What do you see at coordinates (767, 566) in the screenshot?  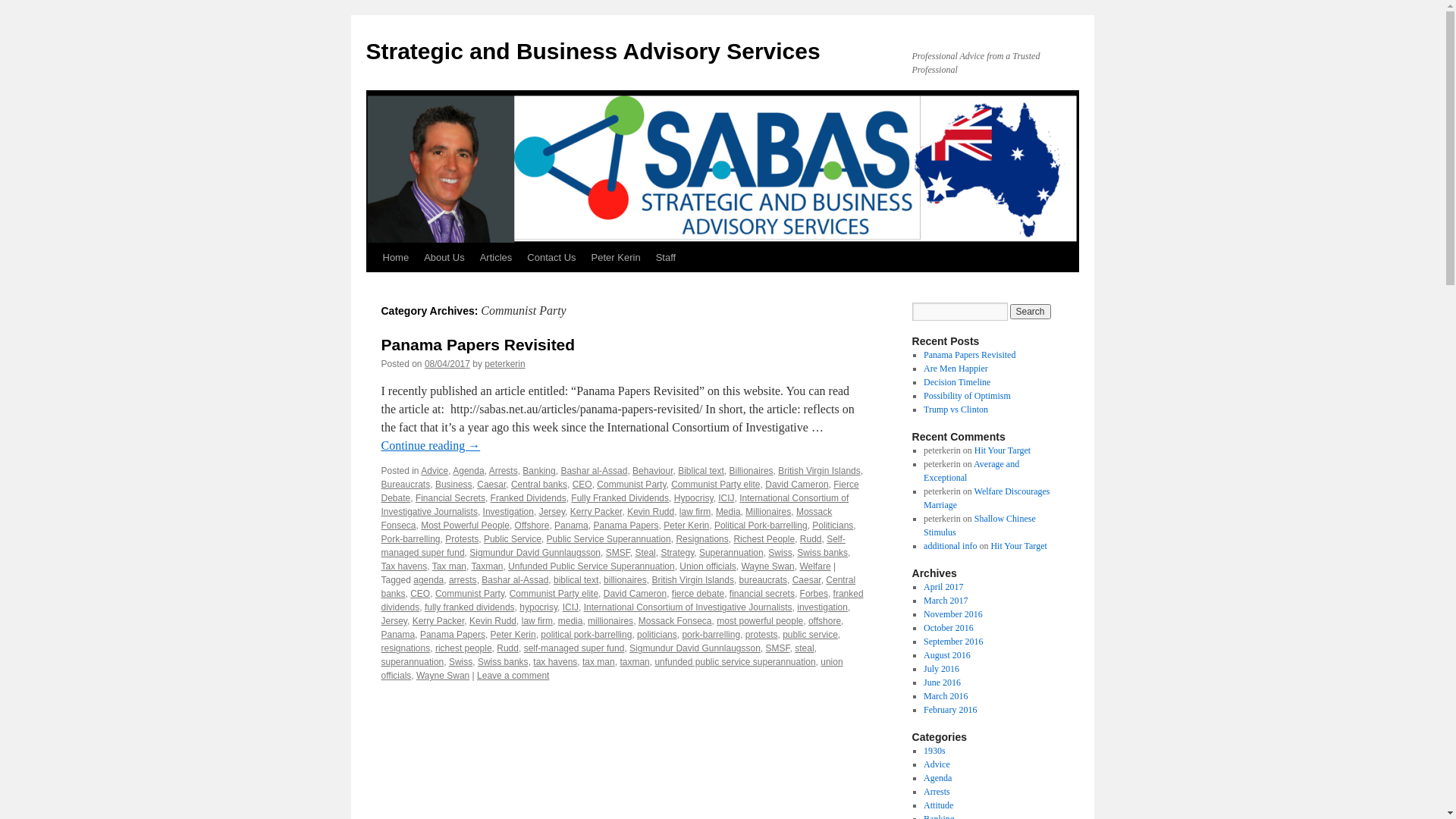 I see `'Wayne Swan'` at bounding box center [767, 566].